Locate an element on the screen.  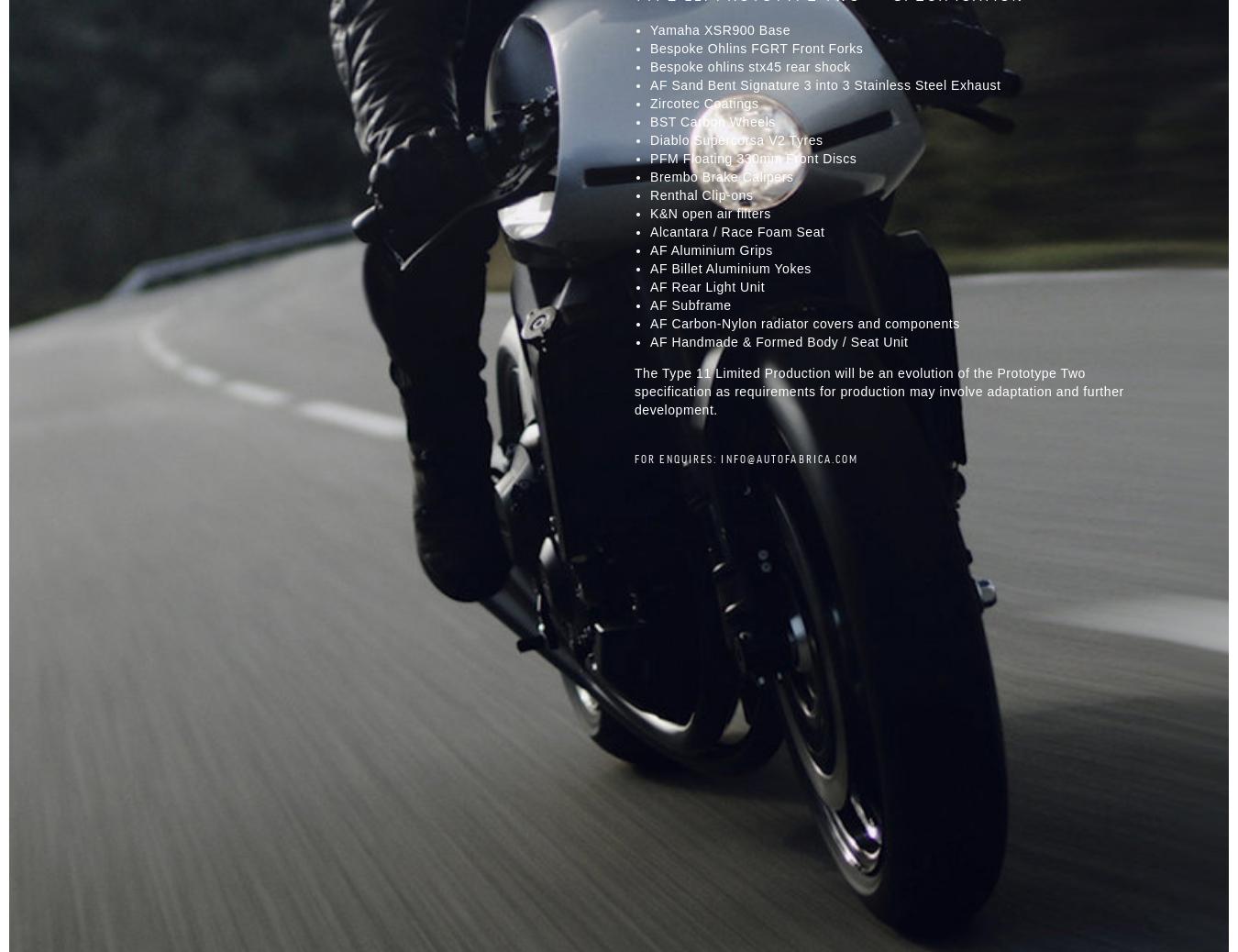
'Yamaha XSR900 Base' is located at coordinates (719, 28).